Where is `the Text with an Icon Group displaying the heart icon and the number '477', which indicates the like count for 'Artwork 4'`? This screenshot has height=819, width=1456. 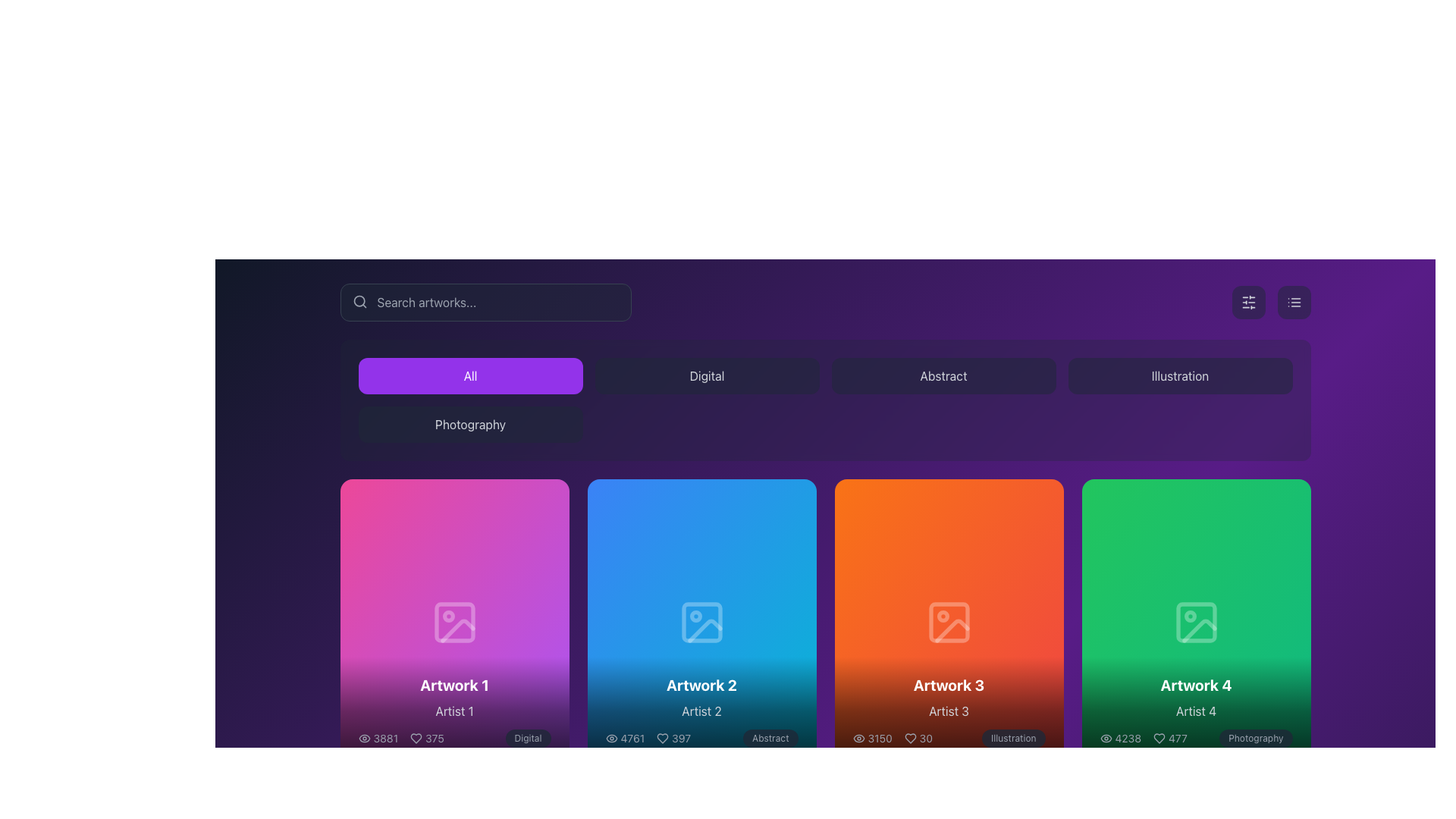 the Text with an Icon Group displaying the heart icon and the number '477', which indicates the like count for 'Artwork 4' is located at coordinates (1169, 737).